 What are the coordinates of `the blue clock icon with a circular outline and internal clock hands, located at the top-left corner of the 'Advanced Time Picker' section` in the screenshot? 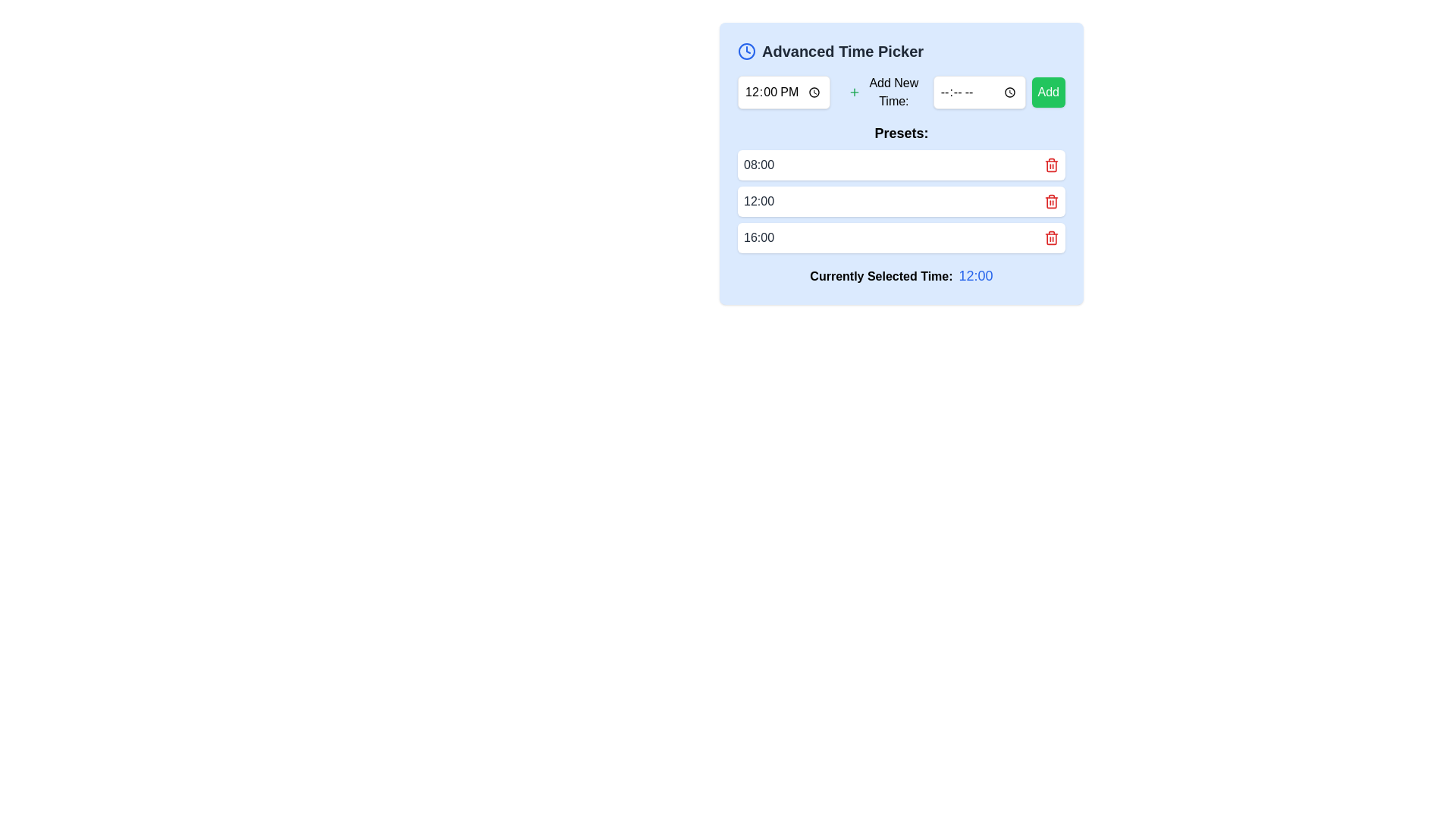 It's located at (746, 51).